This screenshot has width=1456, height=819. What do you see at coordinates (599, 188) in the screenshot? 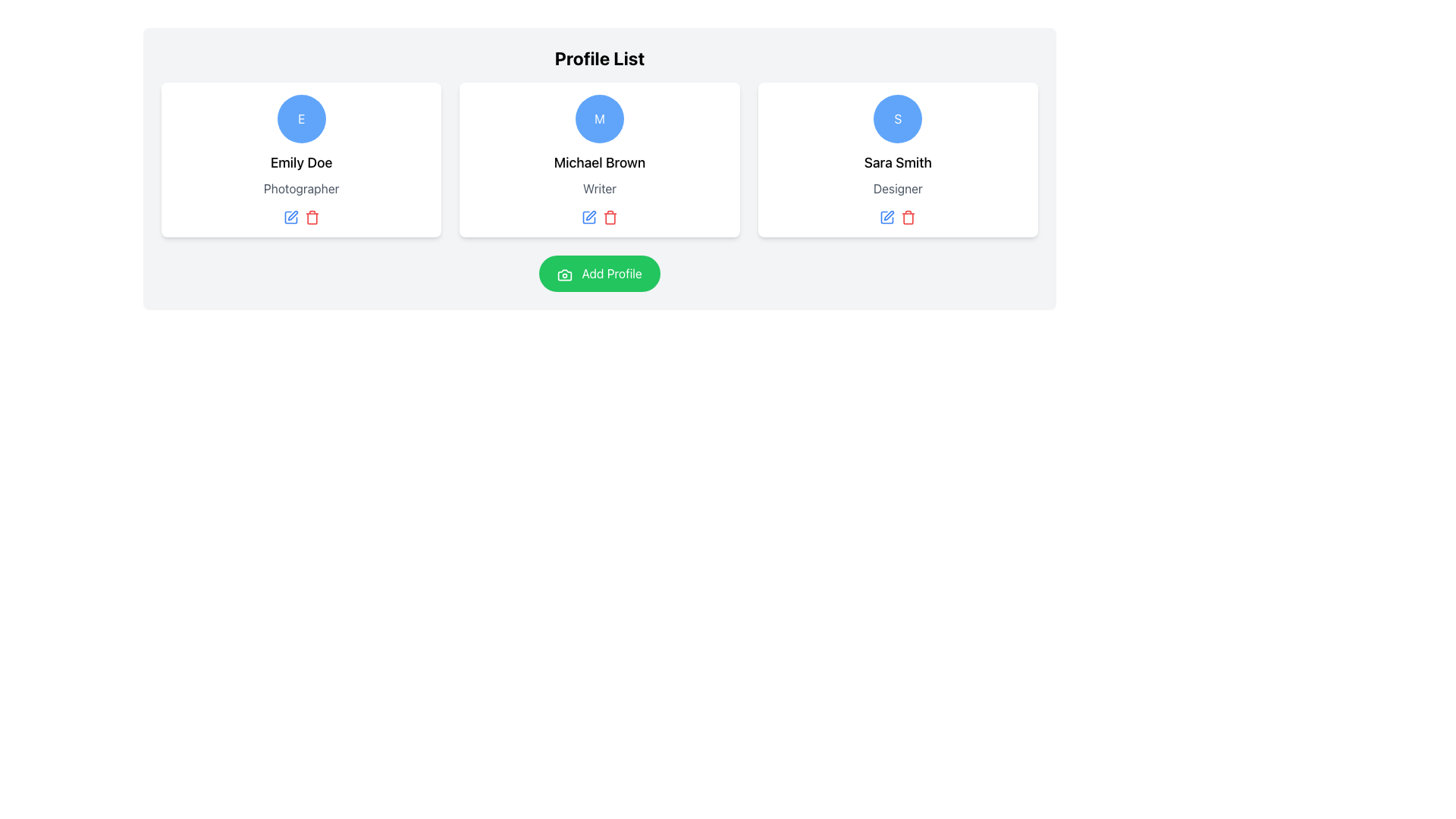
I see `the Text Label indicating the role of Michael Brown as a writer, which is located underneath the name label in the card` at bounding box center [599, 188].